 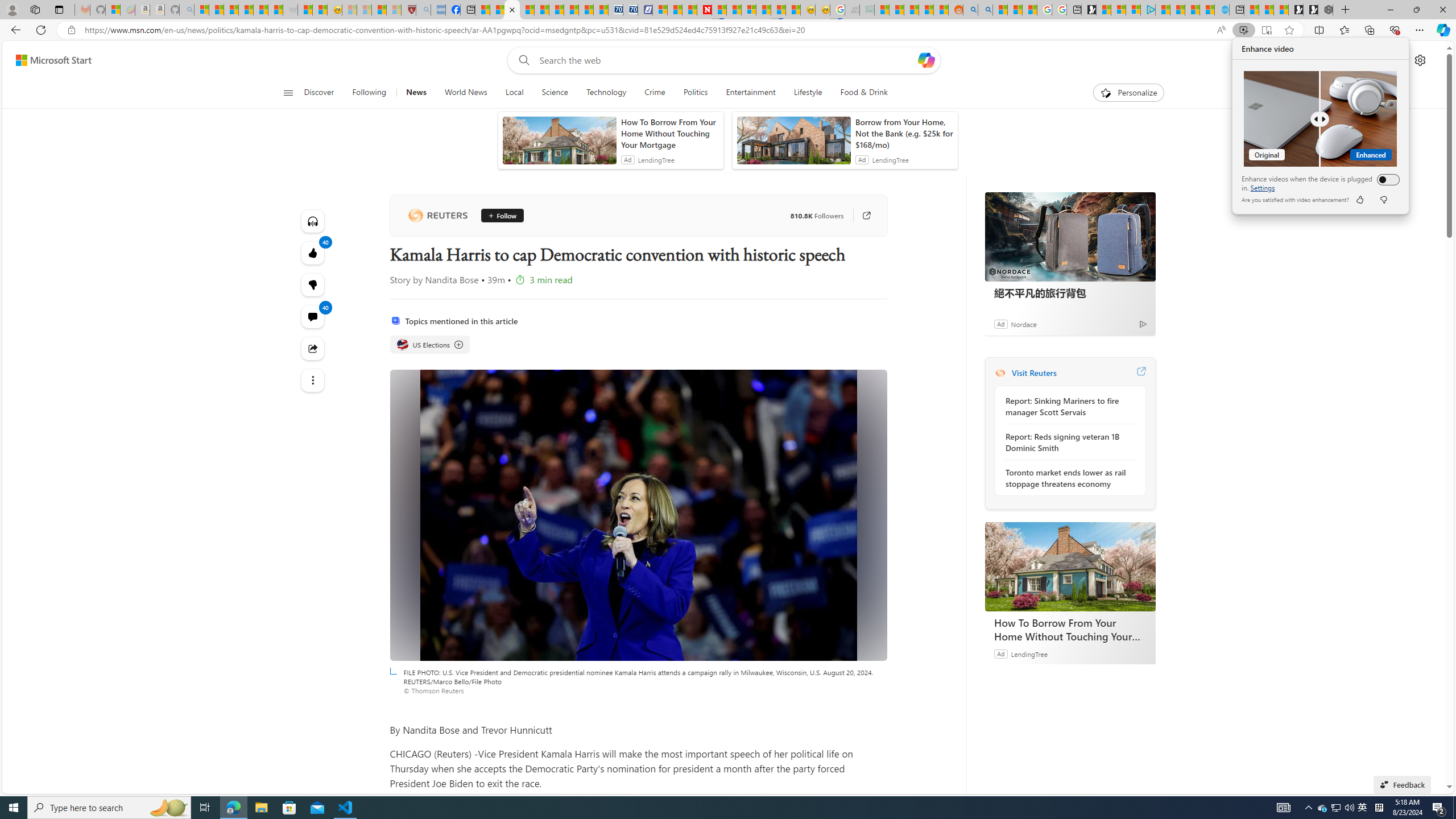 What do you see at coordinates (260, 806) in the screenshot?
I see `'File Explorer'` at bounding box center [260, 806].